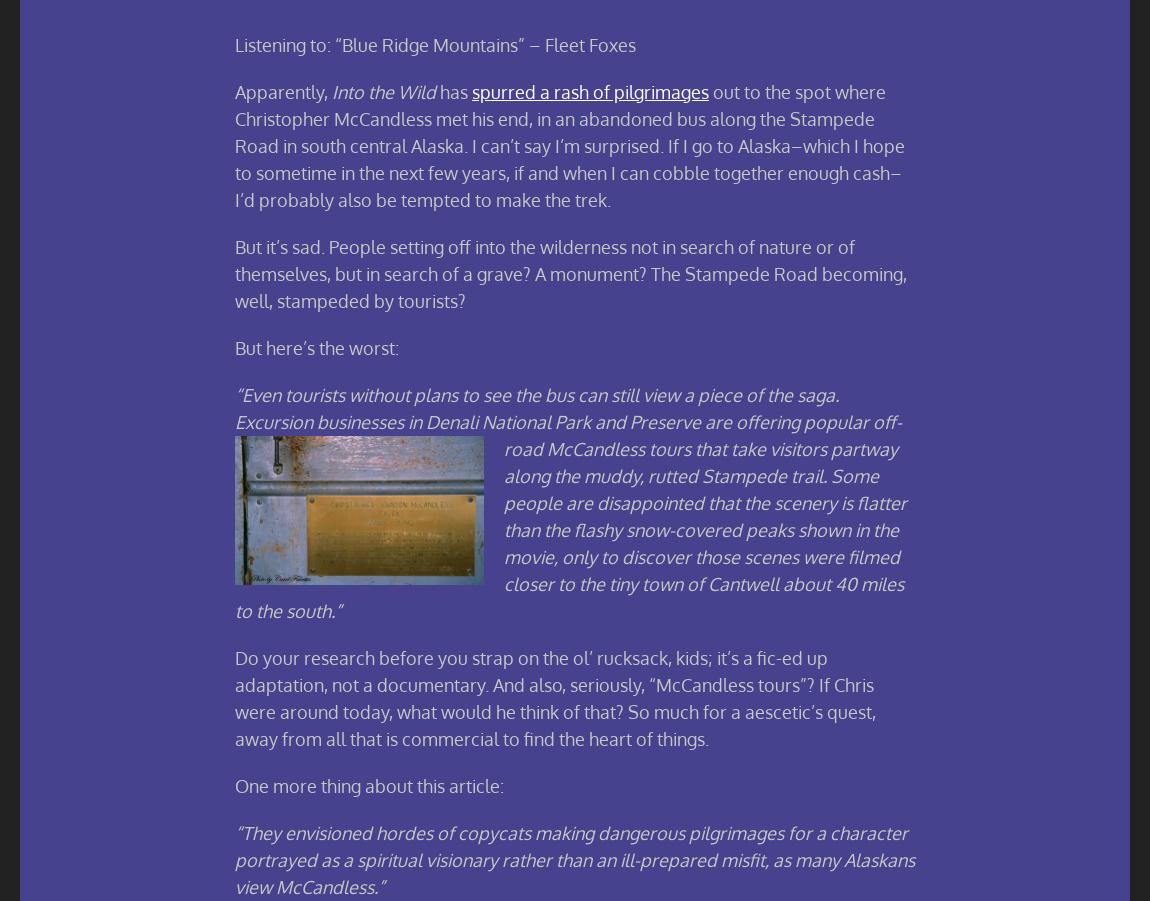 The height and width of the screenshot is (901, 1150). I want to click on 'Do your research before you strap on the ol’ rucksack, kids; it’s a fic-ed up adaptation, not a documentary. And also, seriously, “McCandless tours”? If Chris were around today, what would he think of that? So much for a aescetic’s quest, away from all that is commercial to find the heart of things.', so click(555, 697).